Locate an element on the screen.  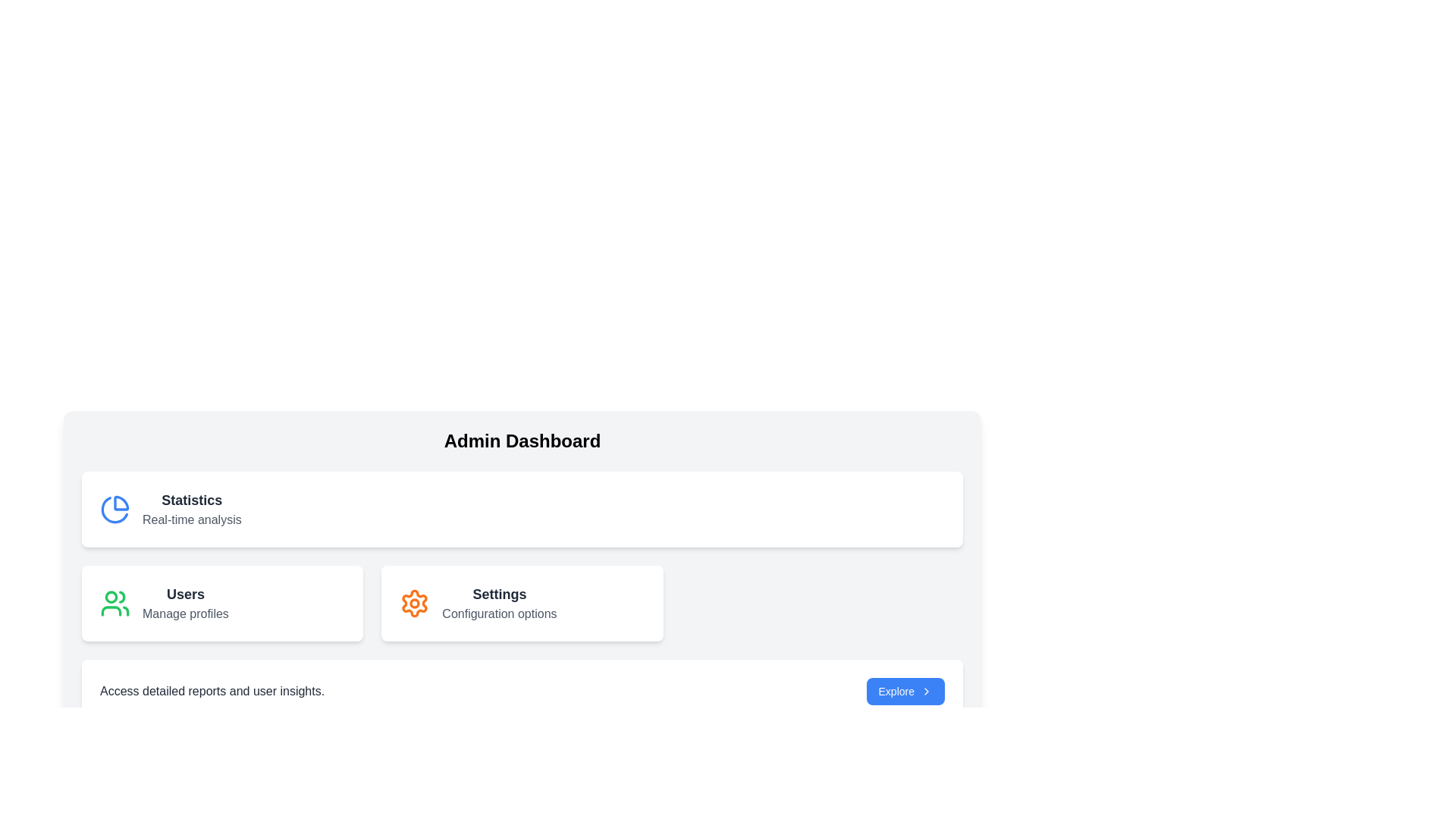
the green outlined user icon, which features two human figures, located in the top-left corner of the 'Users' card on the dashboard interface is located at coordinates (115, 602).